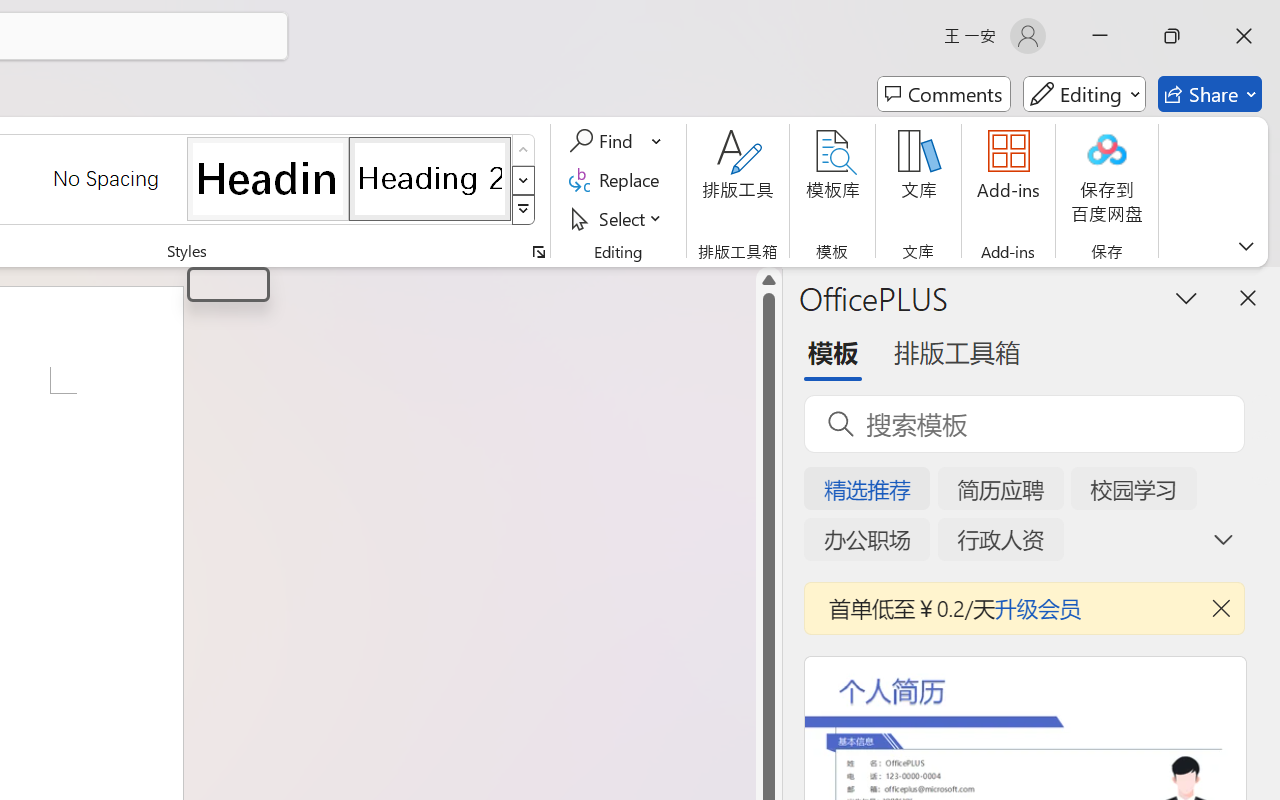 The image size is (1280, 800). Describe the element at coordinates (1187, 297) in the screenshot. I see `'Task Pane Options'` at that location.